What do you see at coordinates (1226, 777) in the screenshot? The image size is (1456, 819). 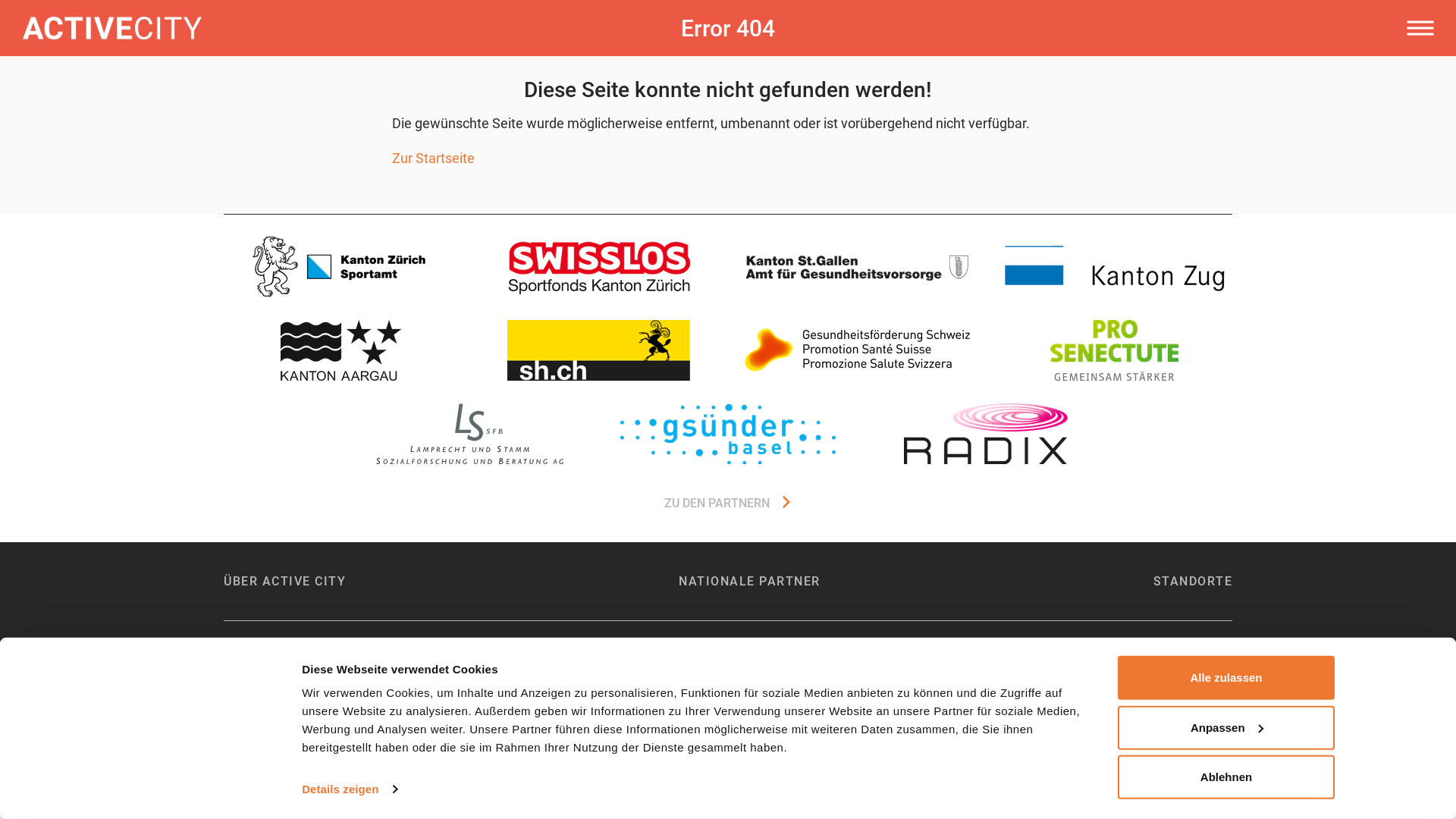 I see `'Ablehnen'` at bounding box center [1226, 777].